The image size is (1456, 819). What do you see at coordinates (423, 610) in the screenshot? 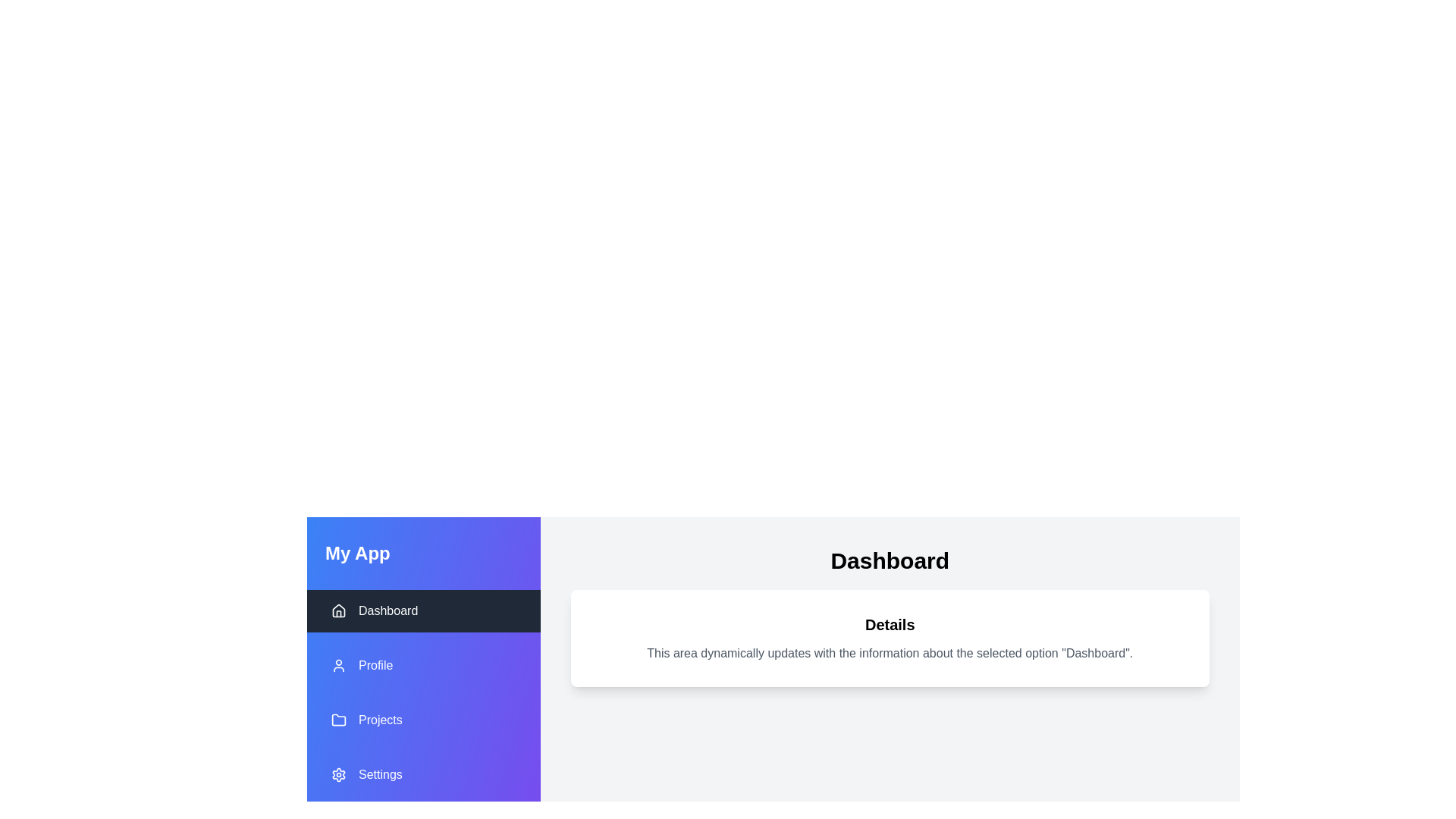
I see `the menu item Dashboard` at bounding box center [423, 610].